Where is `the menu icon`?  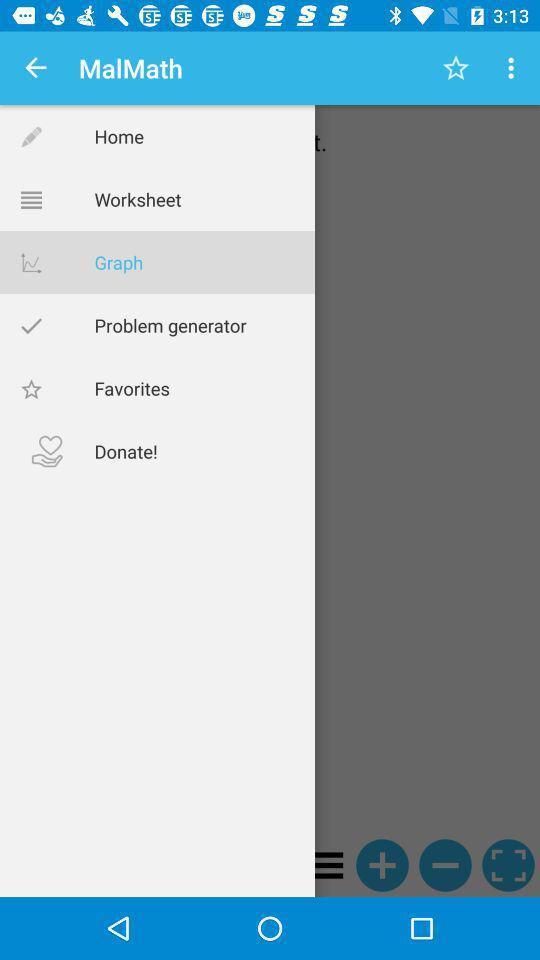 the menu icon is located at coordinates (319, 864).